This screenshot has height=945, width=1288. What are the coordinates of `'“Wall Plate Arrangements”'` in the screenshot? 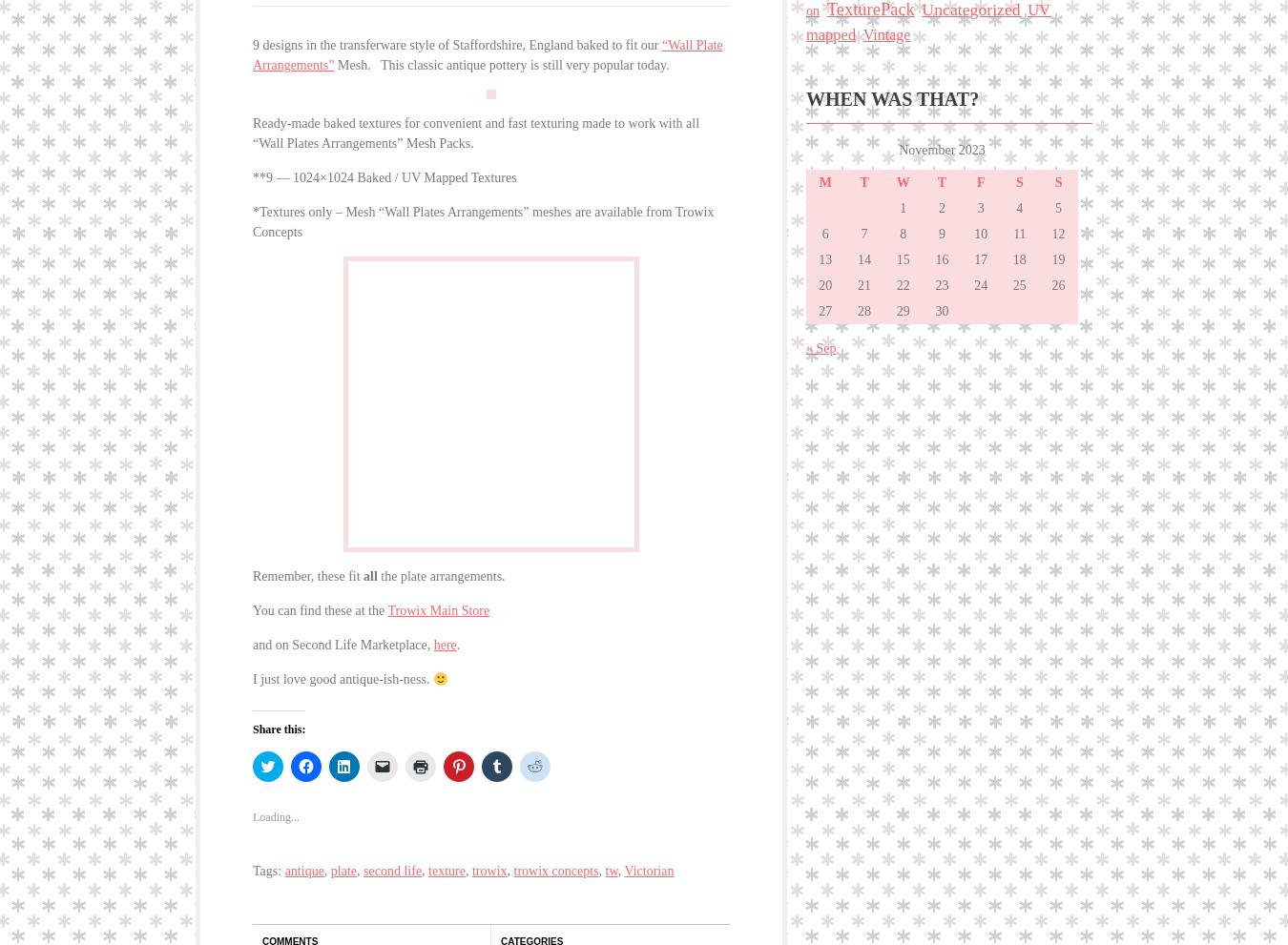 It's located at (486, 51).